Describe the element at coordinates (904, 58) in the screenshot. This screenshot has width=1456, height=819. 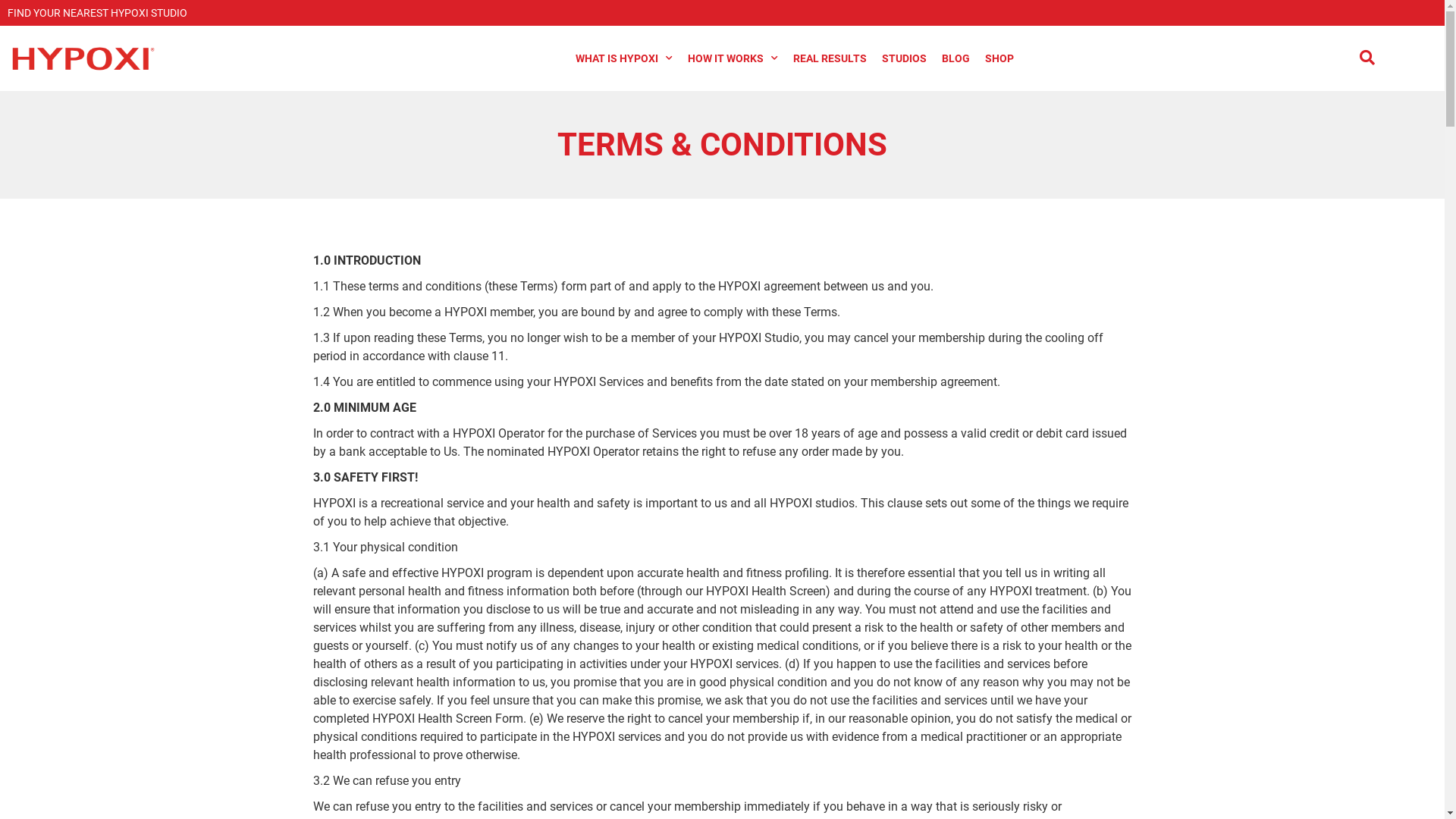
I see `'STUDIOS'` at that location.